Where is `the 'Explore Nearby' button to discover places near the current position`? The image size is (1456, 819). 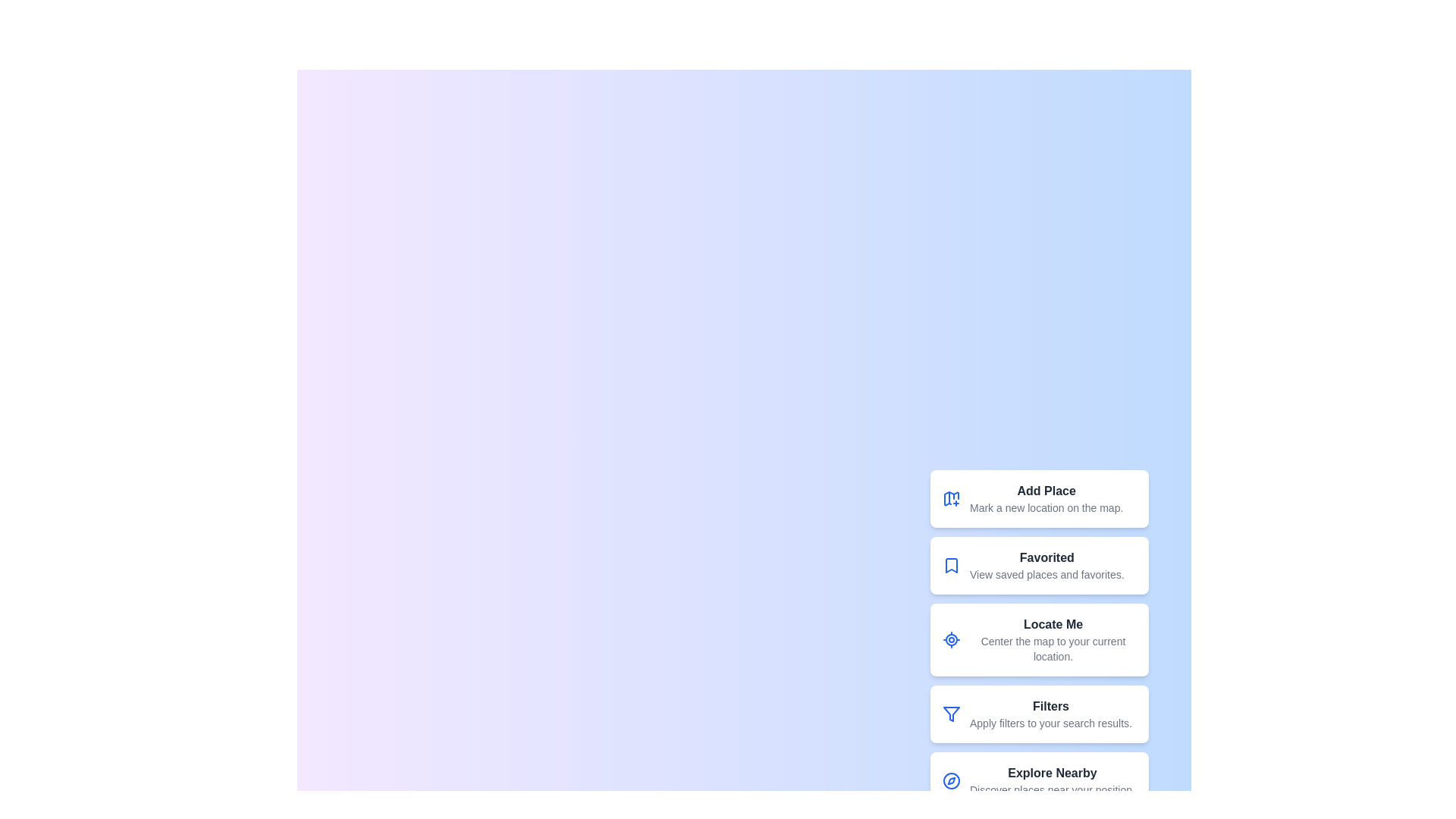
the 'Explore Nearby' button to discover places near the current position is located at coordinates (1051, 780).